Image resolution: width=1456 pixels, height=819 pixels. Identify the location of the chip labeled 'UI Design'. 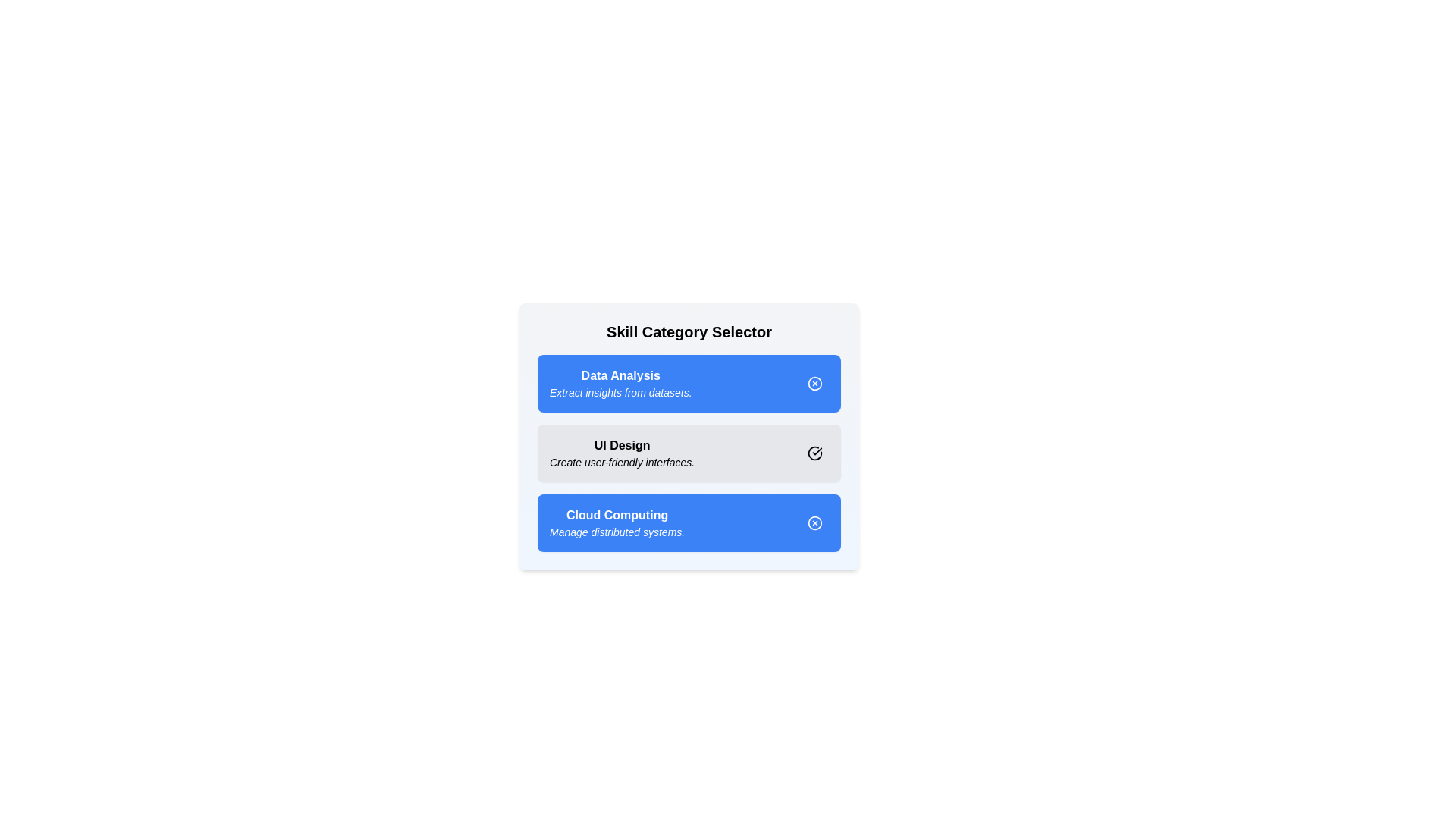
(814, 452).